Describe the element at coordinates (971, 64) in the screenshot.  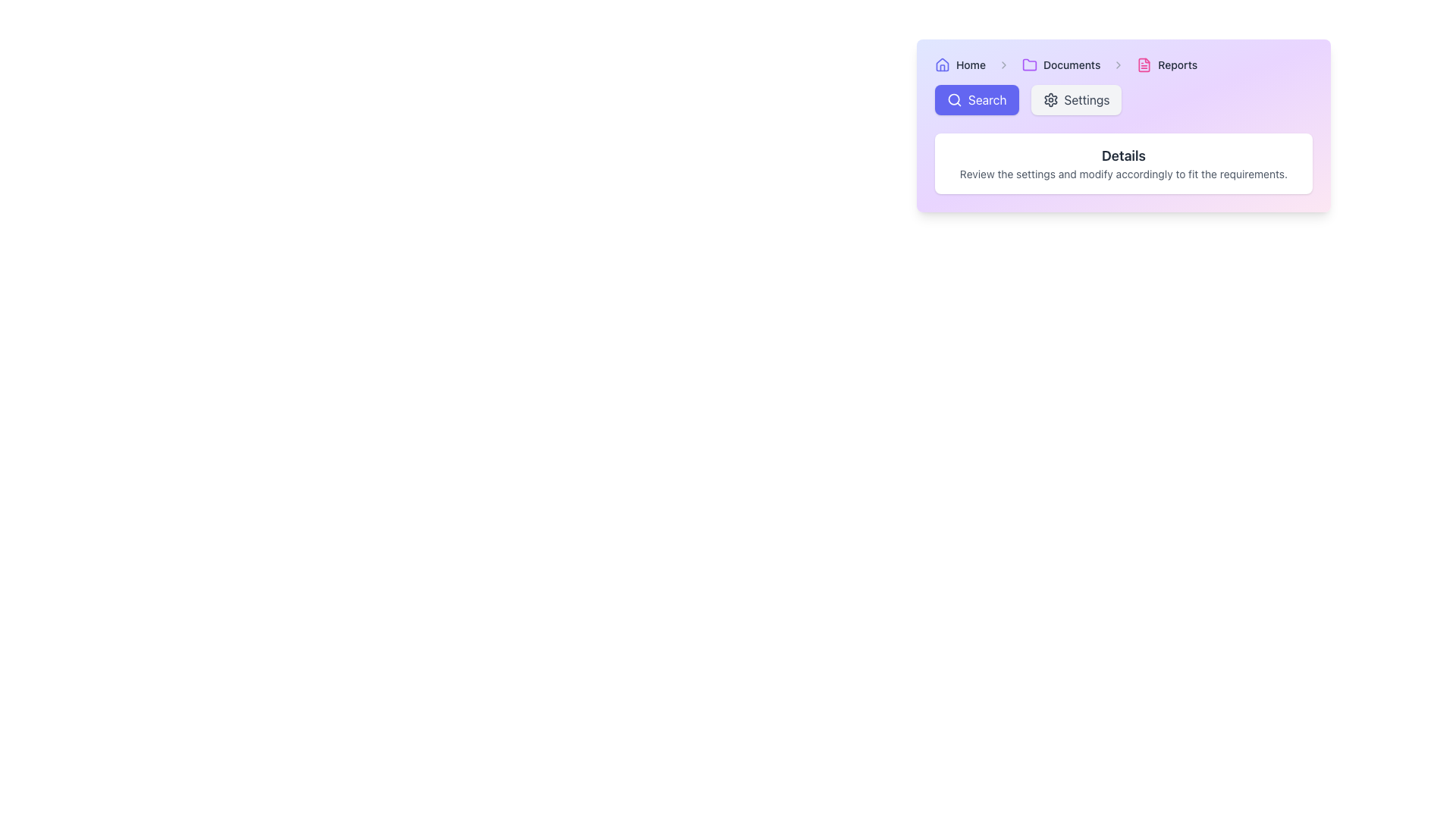
I see `the 'Home' label, which is a static text element styled in gray (#808080) located in the top-right navigation bar, next to a house icon` at that location.